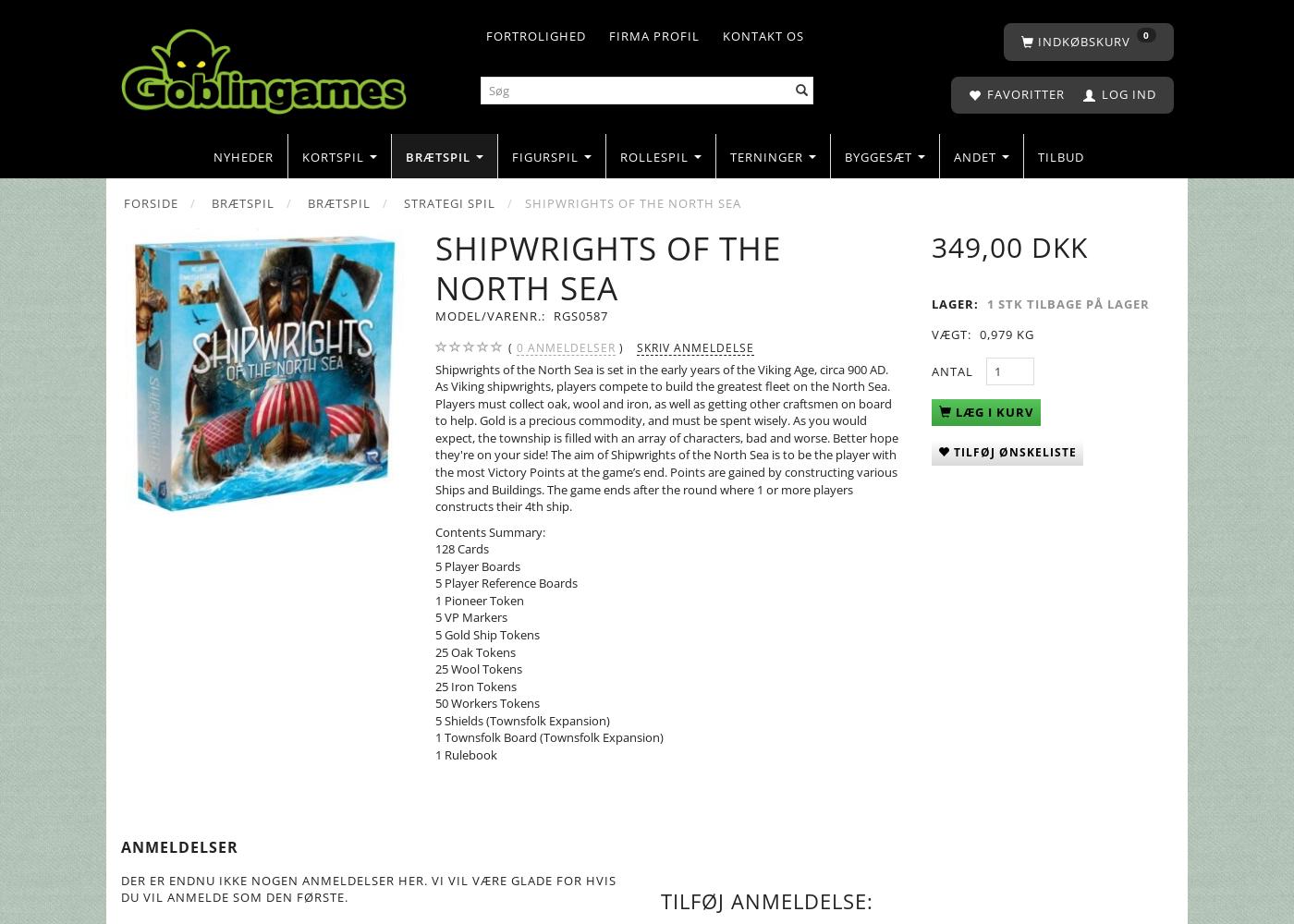 This screenshot has height=924, width=1294. What do you see at coordinates (368, 887) in the screenshot?
I see `'Der er endnu ikke nogen anmeldelser her. Vi vil være glade for hvis du vil anmelde som den første.'` at bounding box center [368, 887].